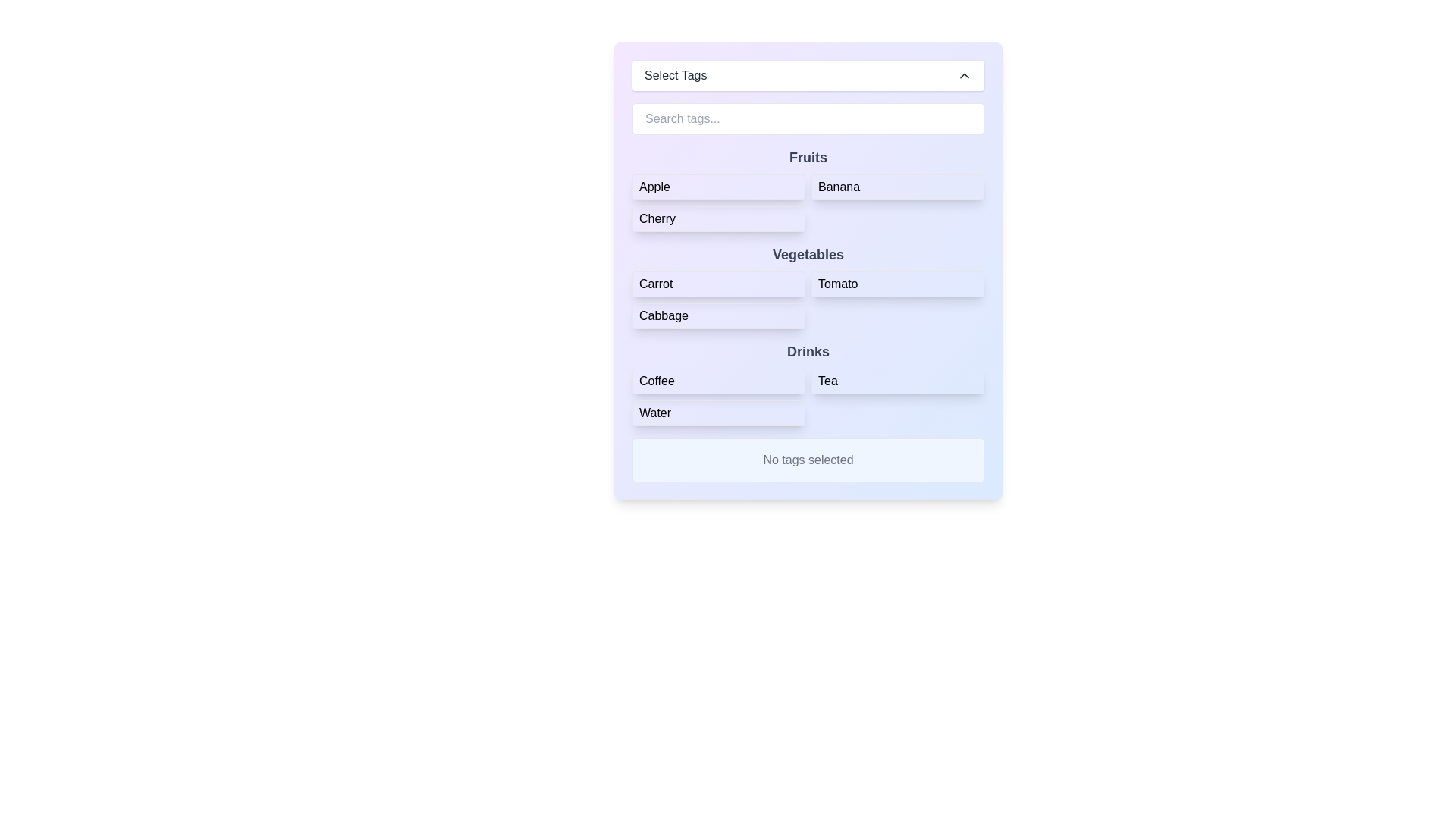  I want to click on the text label 'Carrot' within the rounded border button in the 'Vegetables' category, so click(656, 284).